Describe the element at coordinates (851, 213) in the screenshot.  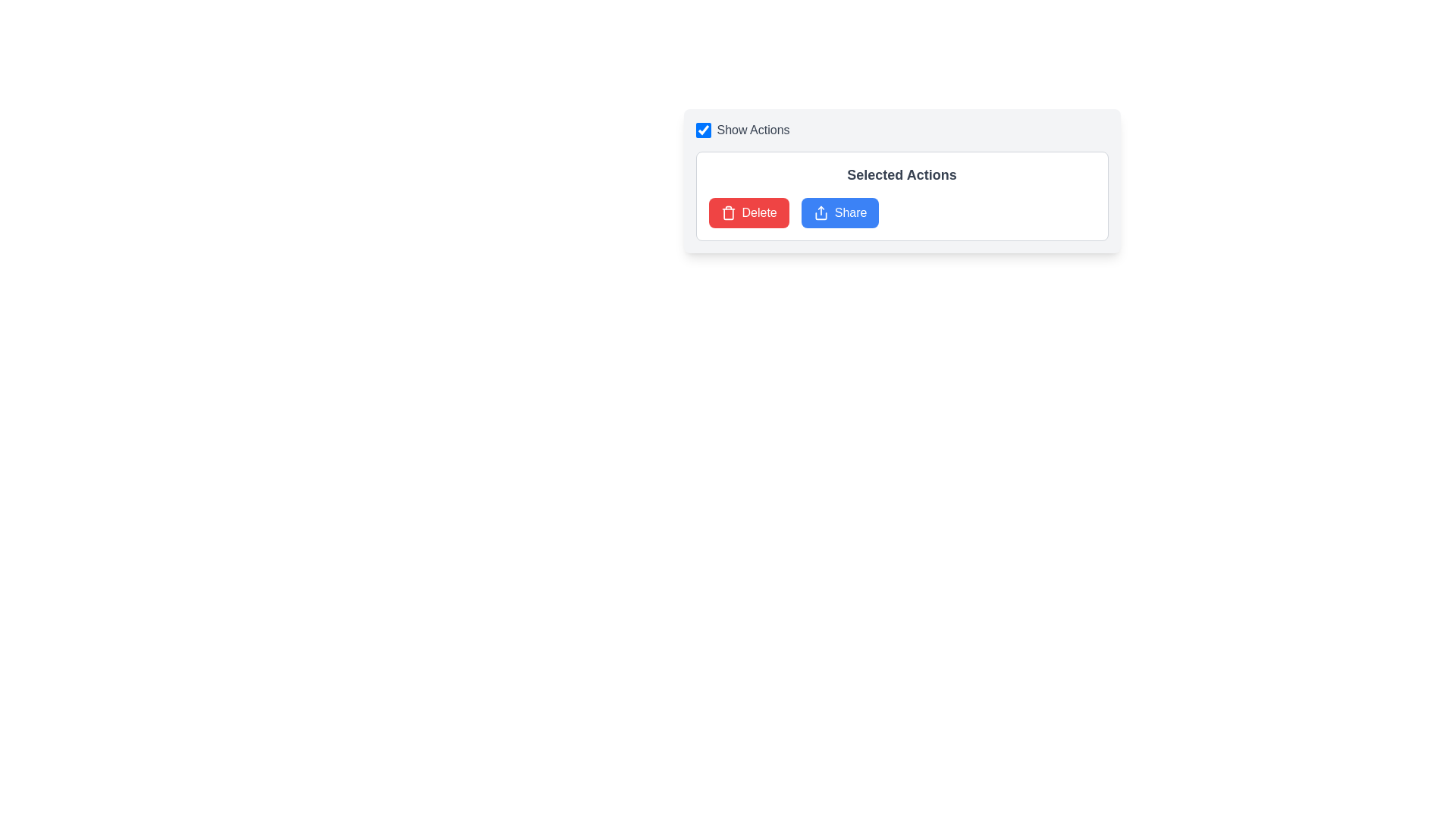
I see `the 'Share' button, which is a blue button with white text and a sharing icon, located in the lower right section of the 'Selected Actions' area` at that location.